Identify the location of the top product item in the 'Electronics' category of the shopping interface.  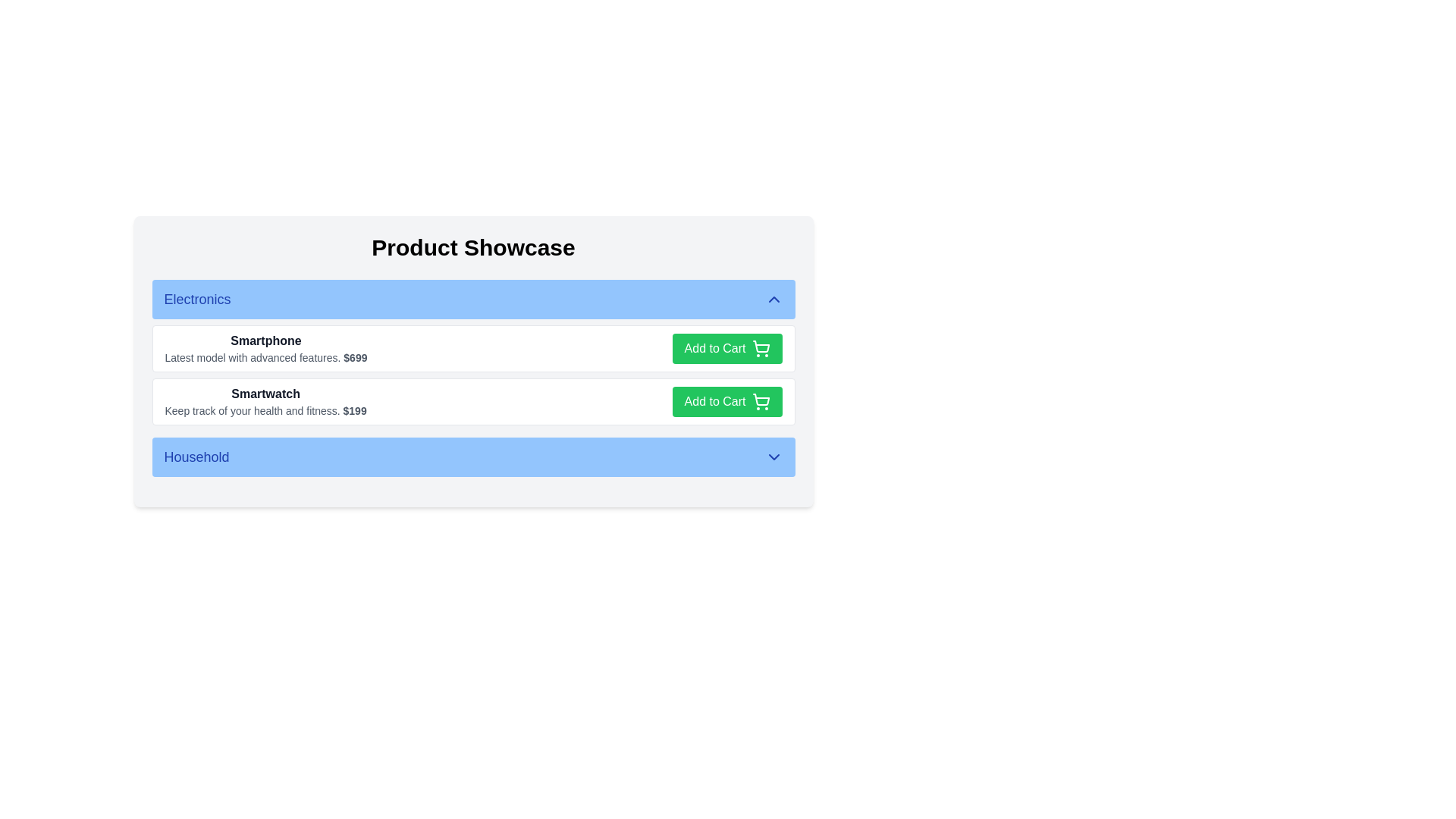
(472, 348).